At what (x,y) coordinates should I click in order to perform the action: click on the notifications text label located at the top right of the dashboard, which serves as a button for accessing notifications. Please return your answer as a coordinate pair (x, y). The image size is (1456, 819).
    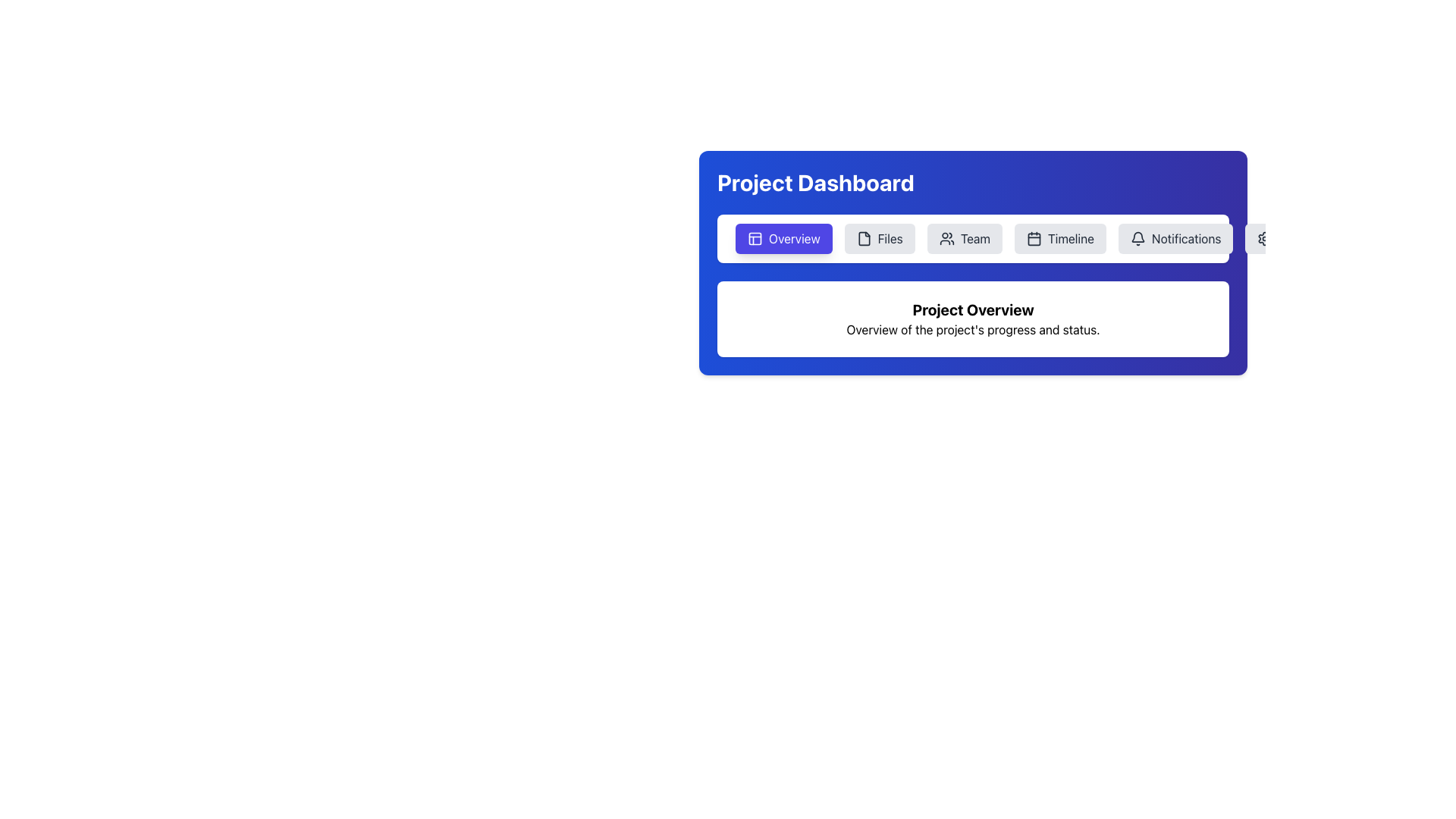
    Looking at the image, I should click on (1185, 239).